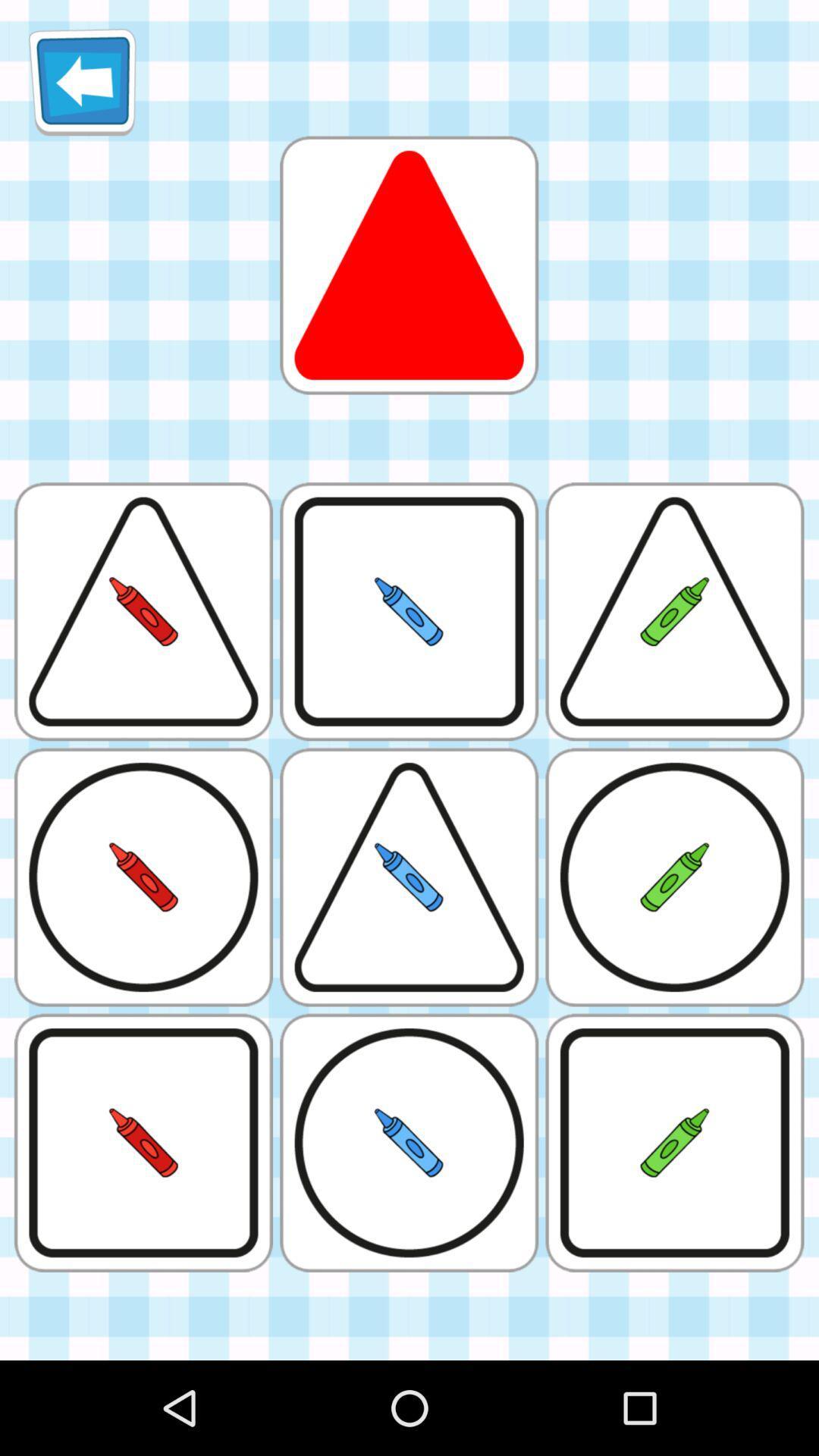 The width and height of the screenshot is (819, 1456). What do you see at coordinates (143, 611) in the screenshot?
I see `the first image in the second row` at bounding box center [143, 611].